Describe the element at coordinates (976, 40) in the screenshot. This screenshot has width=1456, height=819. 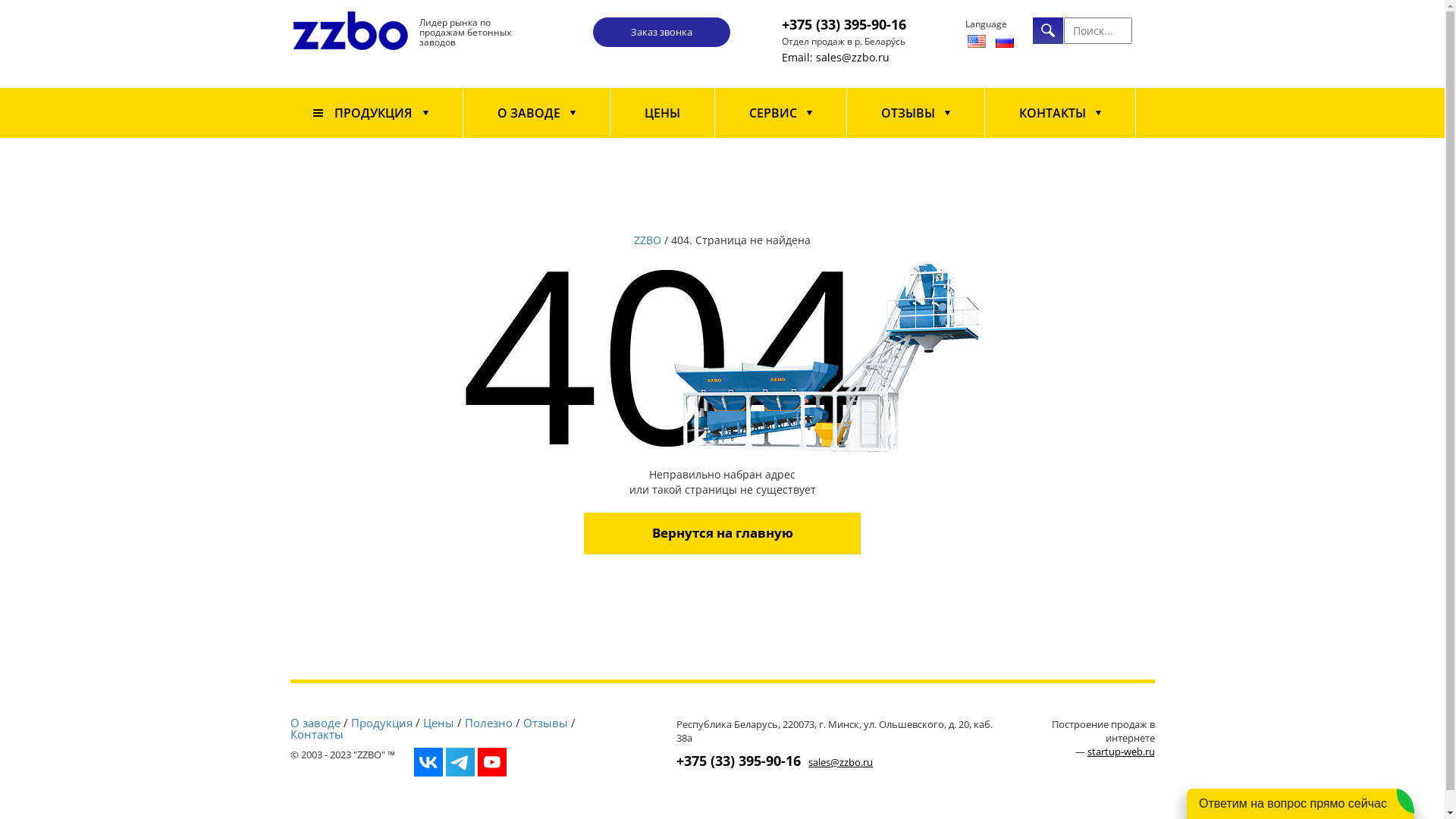
I see `'English'` at that location.